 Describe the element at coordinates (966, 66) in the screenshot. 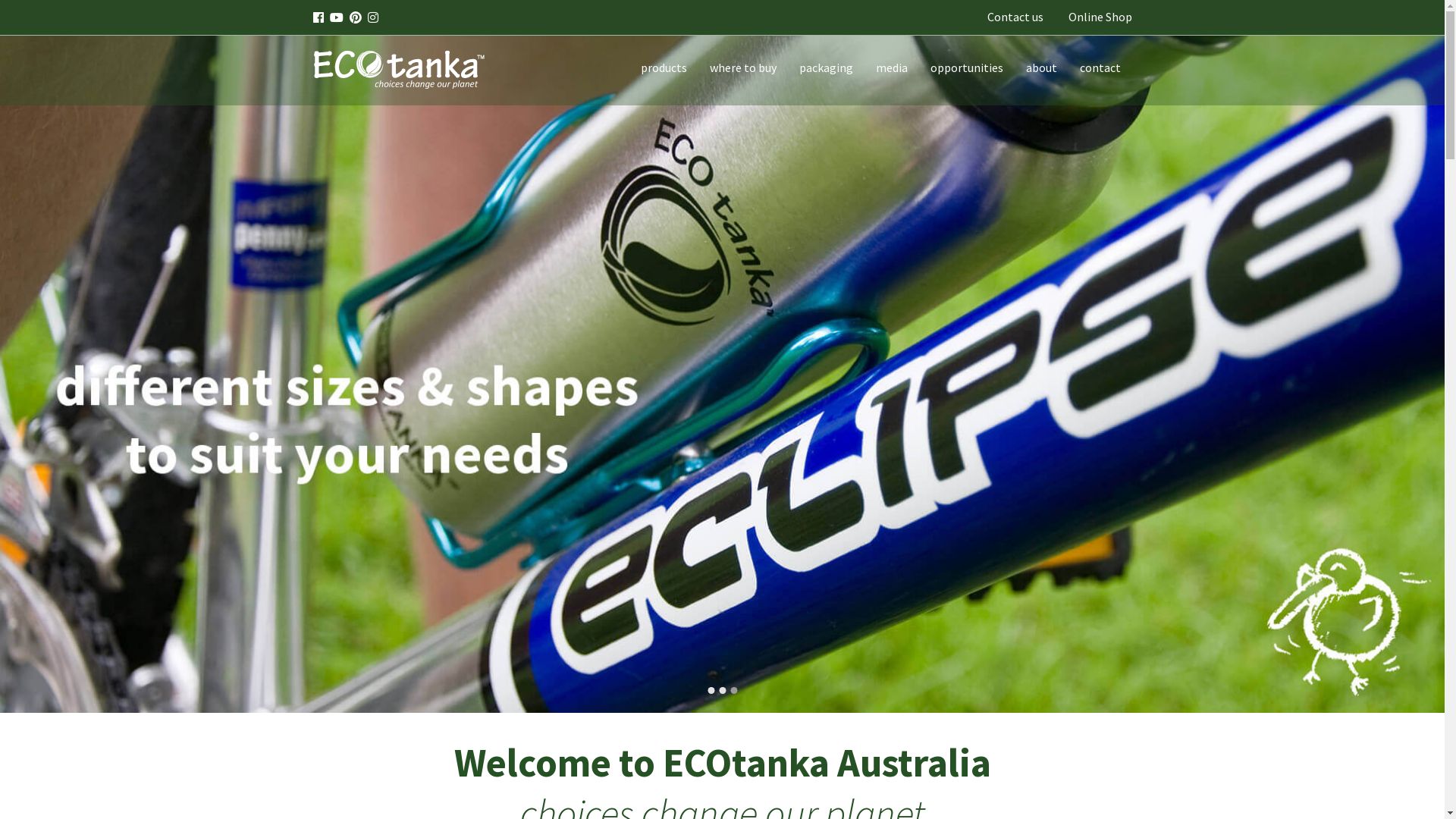

I see `'opportunities'` at that location.